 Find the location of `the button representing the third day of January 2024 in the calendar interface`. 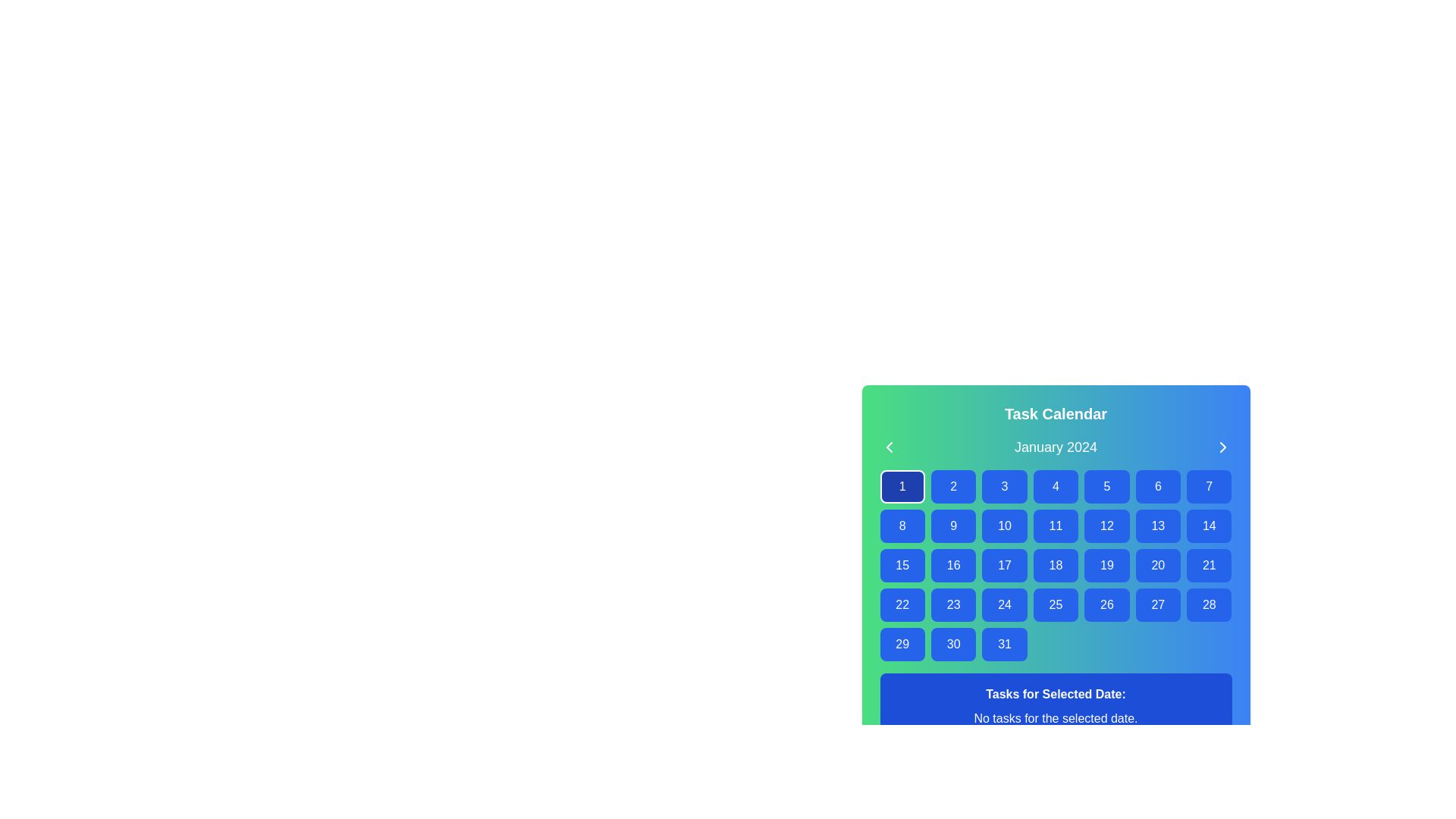

the button representing the third day of January 2024 in the calendar interface is located at coordinates (1004, 486).